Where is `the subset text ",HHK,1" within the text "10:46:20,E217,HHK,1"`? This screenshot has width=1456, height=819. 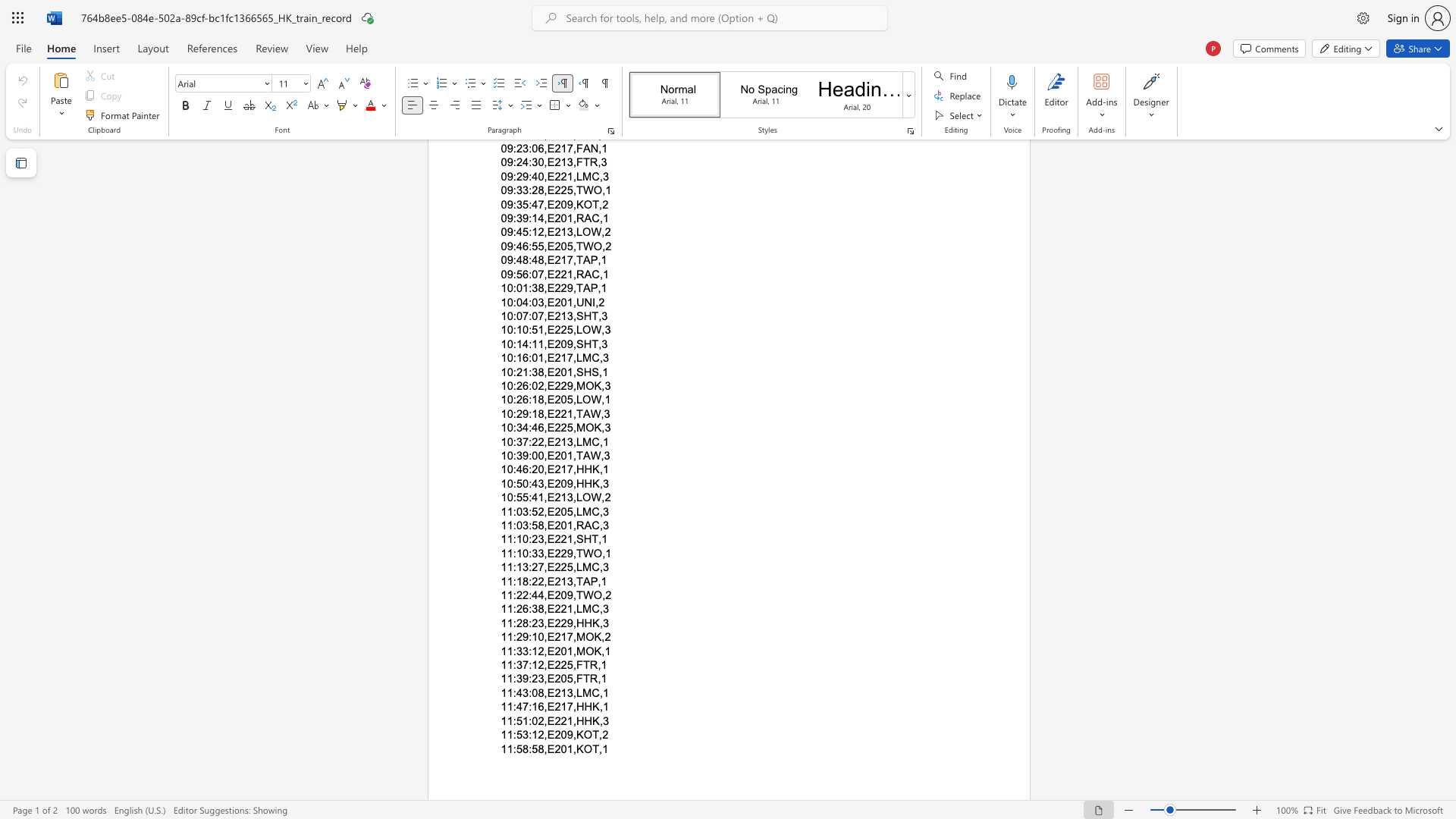
the subset text ",HHK,1" within the text "10:46:20,E217,HHK,1" is located at coordinates (572, 469).